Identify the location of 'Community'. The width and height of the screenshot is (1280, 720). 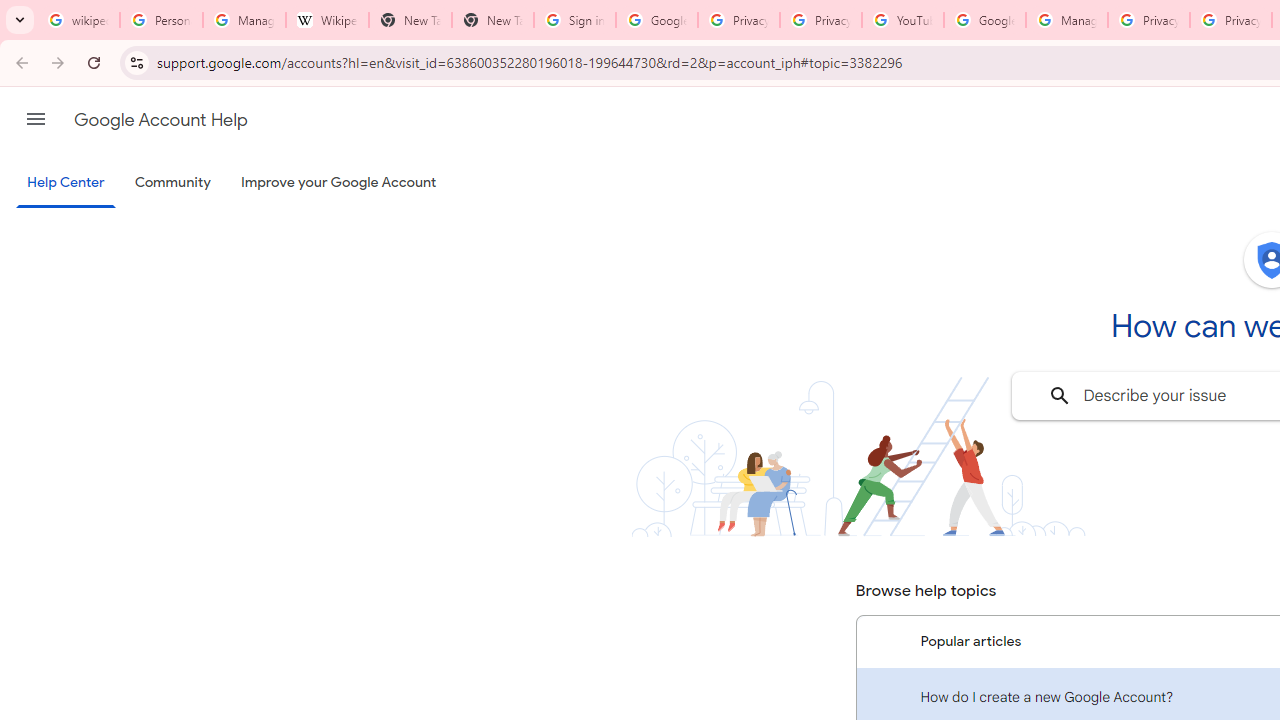
(172, 183).